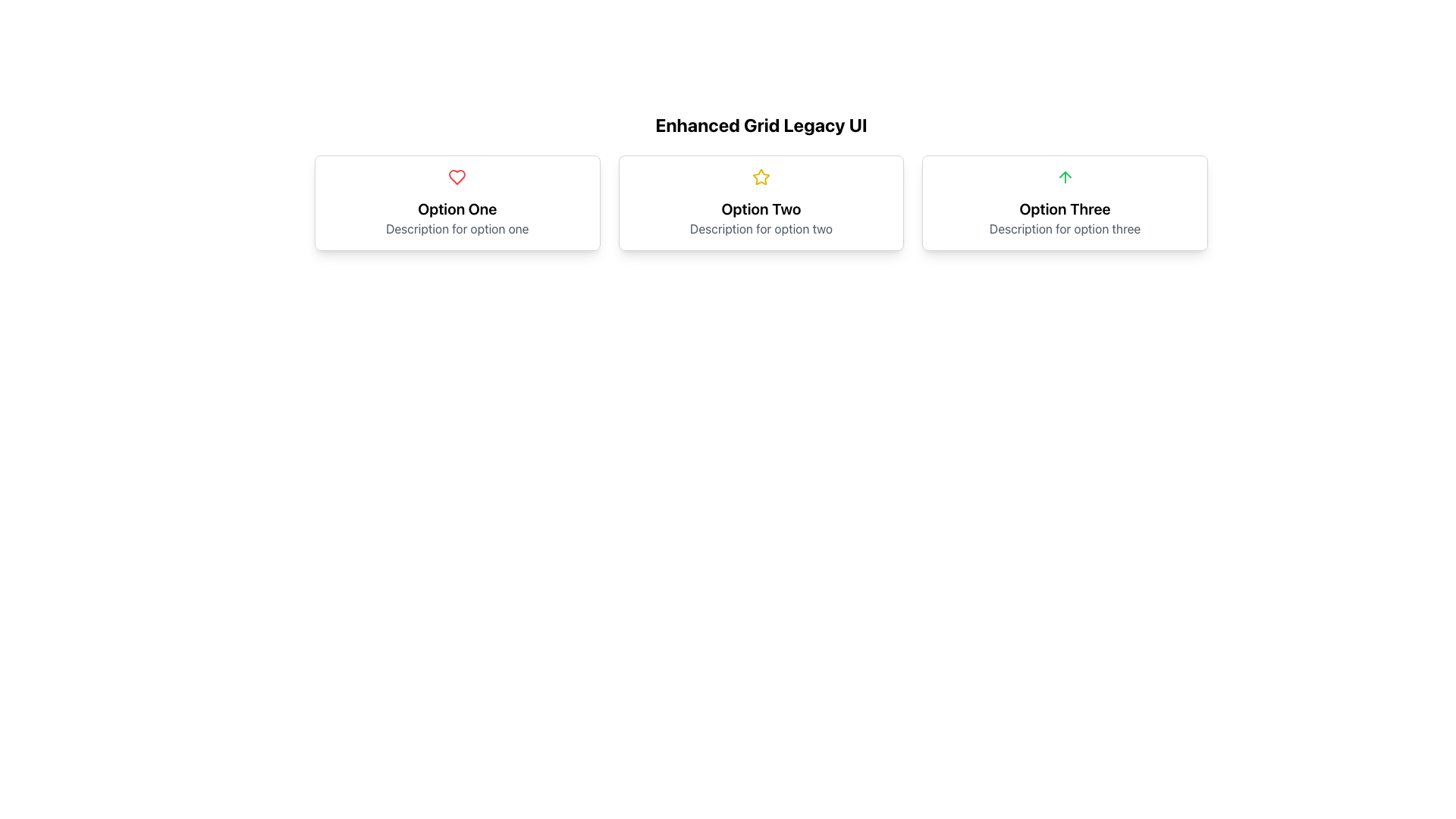  Describe the element at coordinates (457, 209) in the screenshot. I see `the text label displaying 'Option One', which is styled with a bold and slightly enlarged font and is positioned centrally within the first card of a group of three cards` at that location.